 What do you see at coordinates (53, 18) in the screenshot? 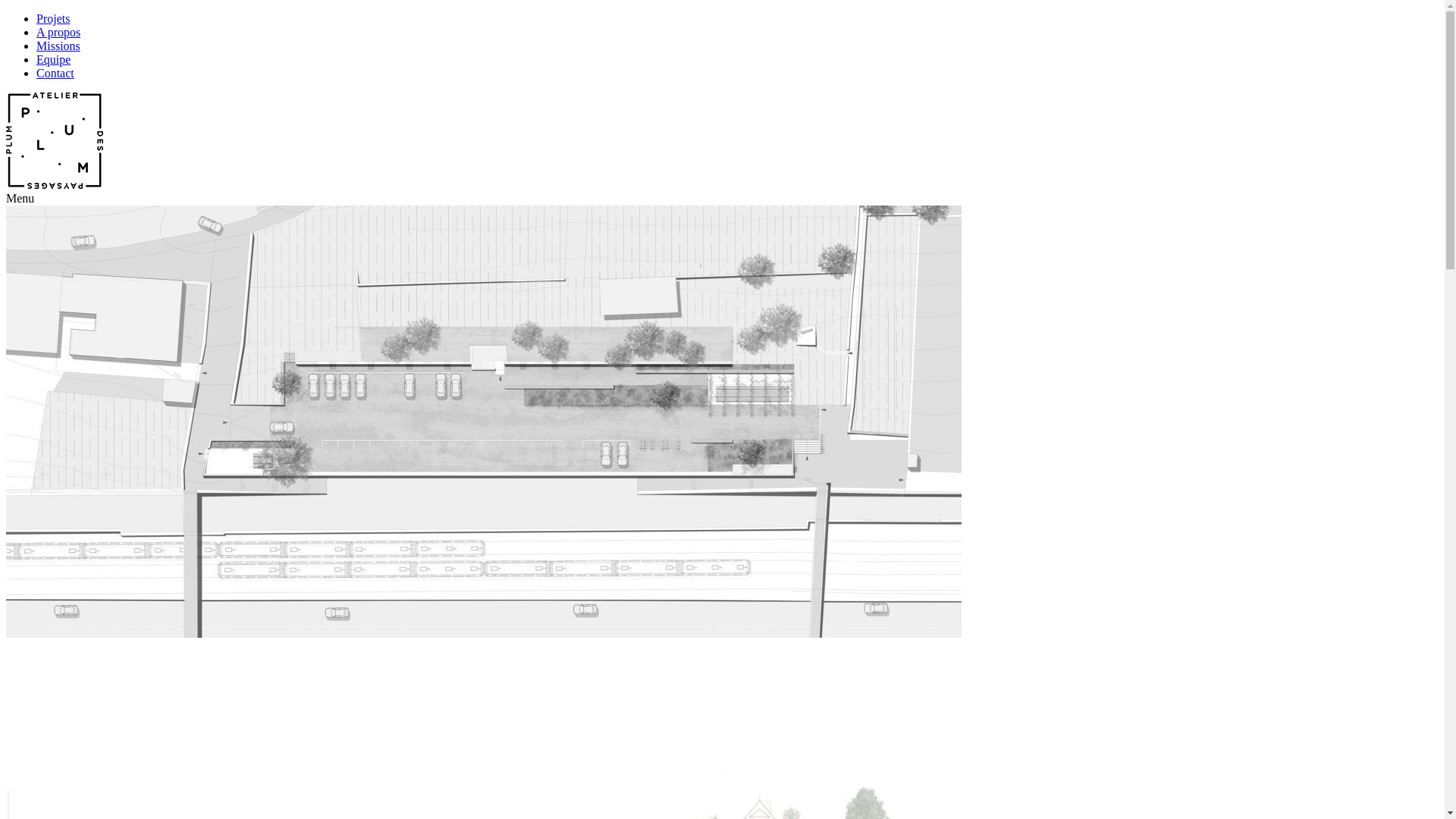
I see `'Projets'` at bounding box center [53, 18].